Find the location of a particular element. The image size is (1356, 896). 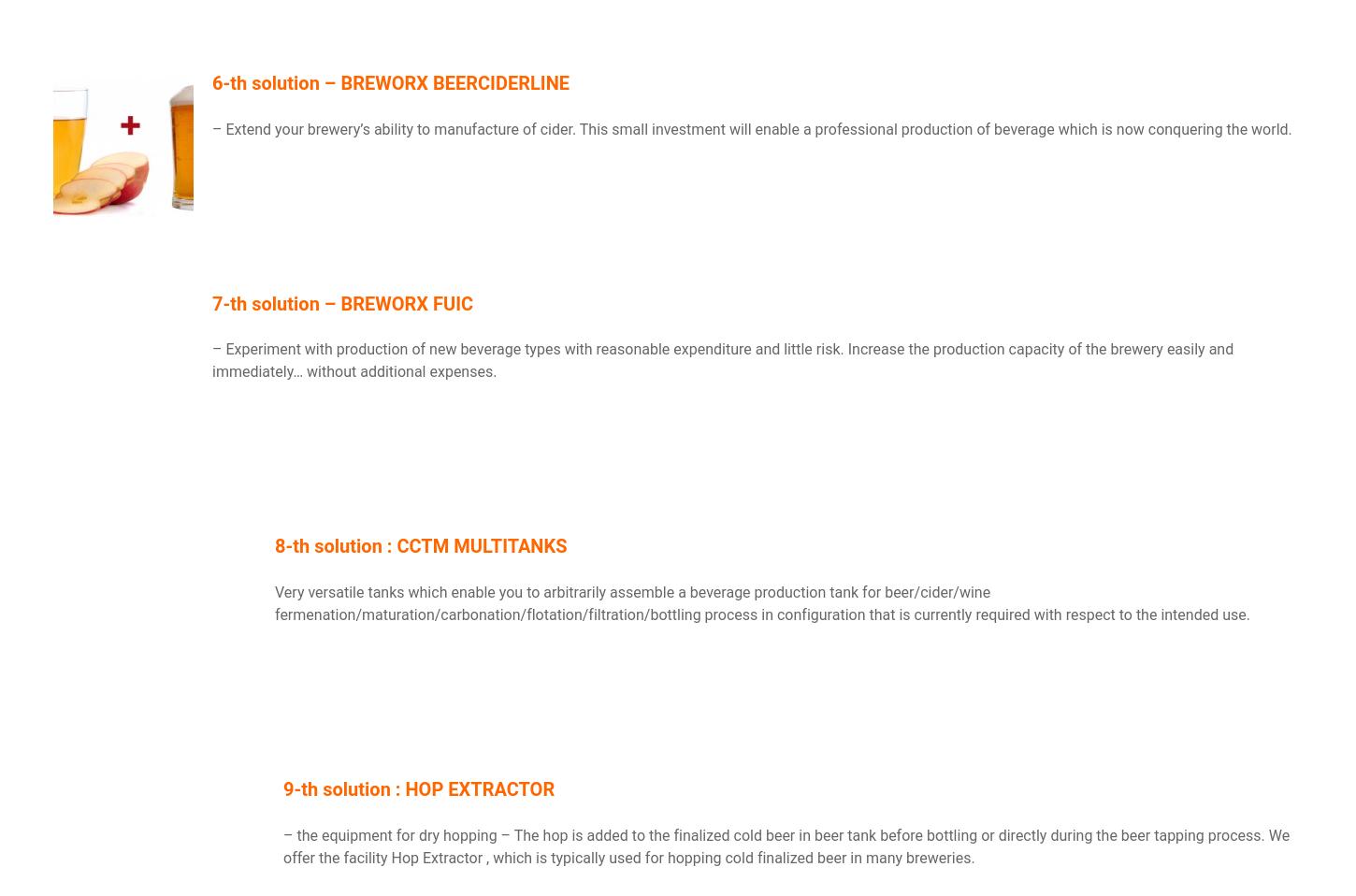

'9-th solution : HOP EXTRACTOR' is located at coordinates (283, 788).